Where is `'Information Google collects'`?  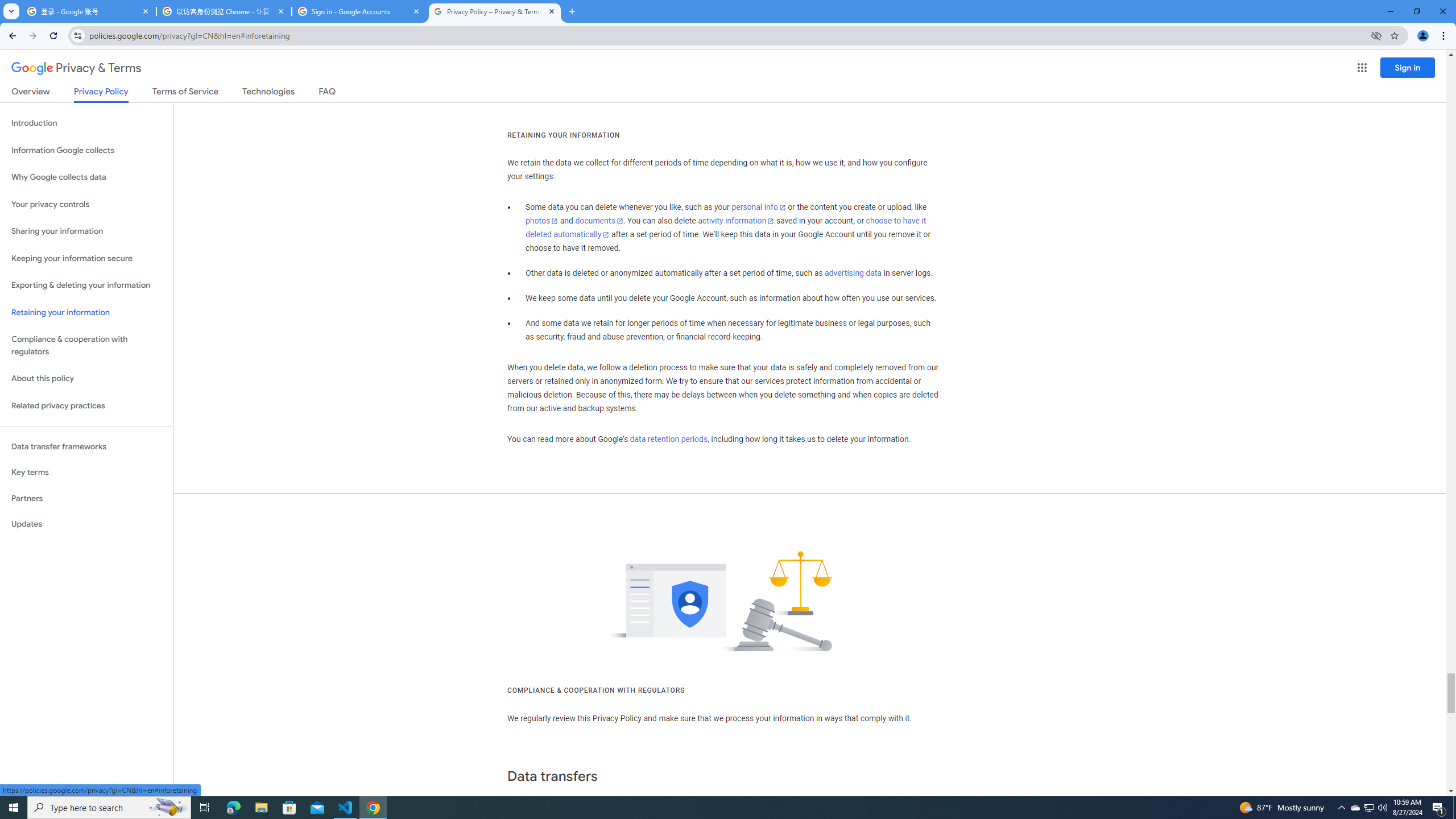
'Information Google collects' is located at coordinates (86, 150).